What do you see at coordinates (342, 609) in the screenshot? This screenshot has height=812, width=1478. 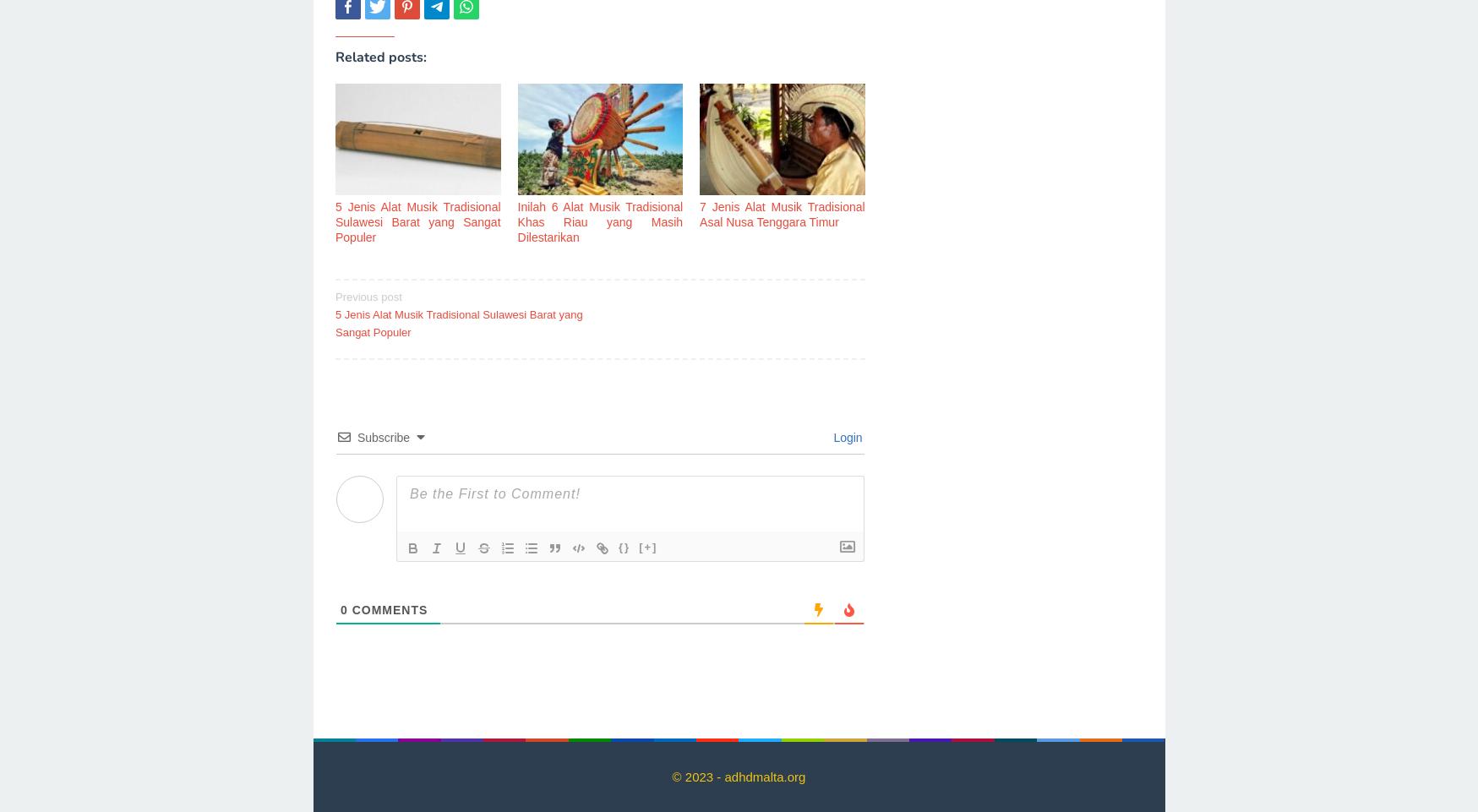 I see `'0'` at bounding box center [342, 609].